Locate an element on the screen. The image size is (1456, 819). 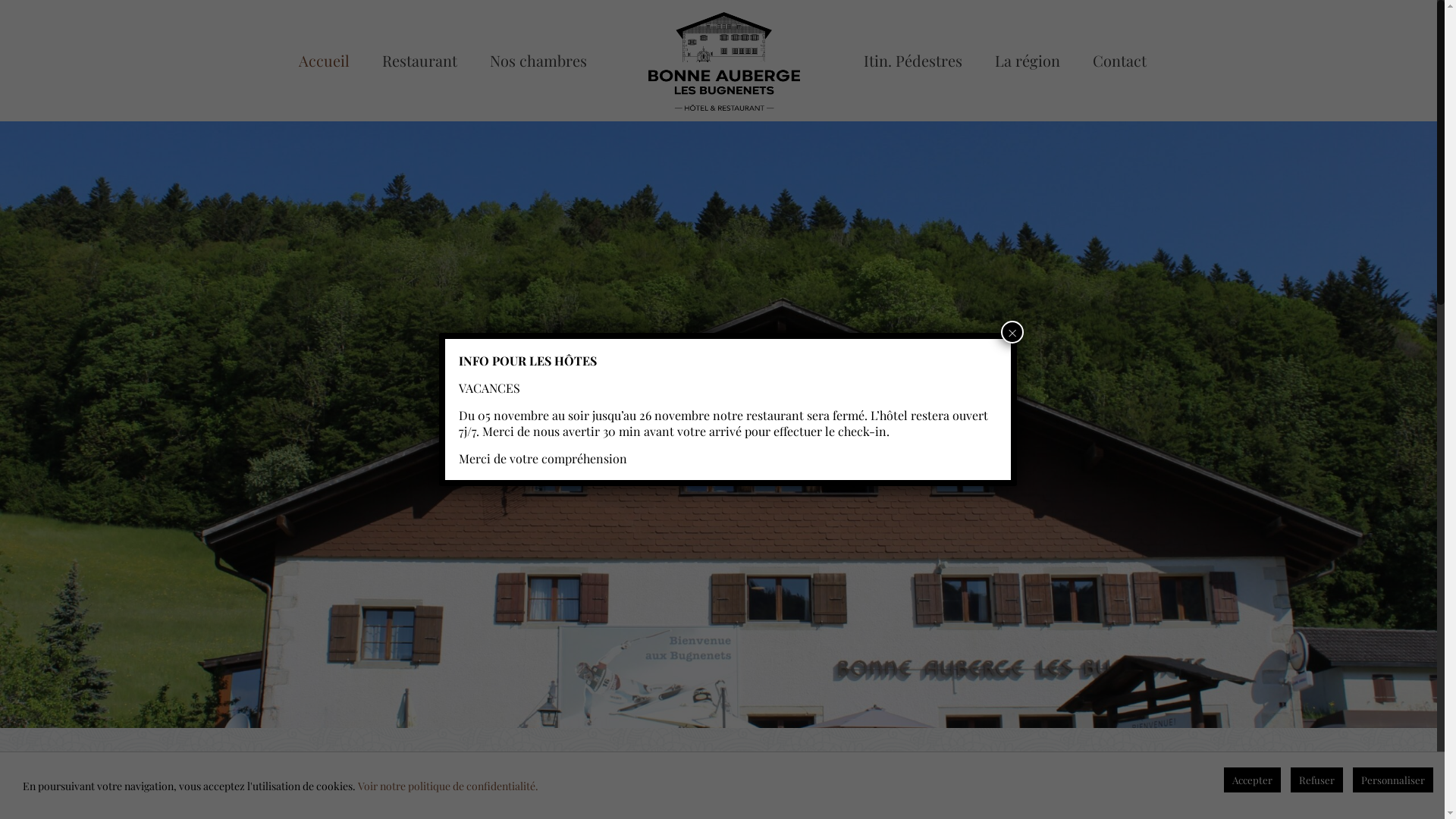
'Restaurant' is located at coordinates (367, 60).